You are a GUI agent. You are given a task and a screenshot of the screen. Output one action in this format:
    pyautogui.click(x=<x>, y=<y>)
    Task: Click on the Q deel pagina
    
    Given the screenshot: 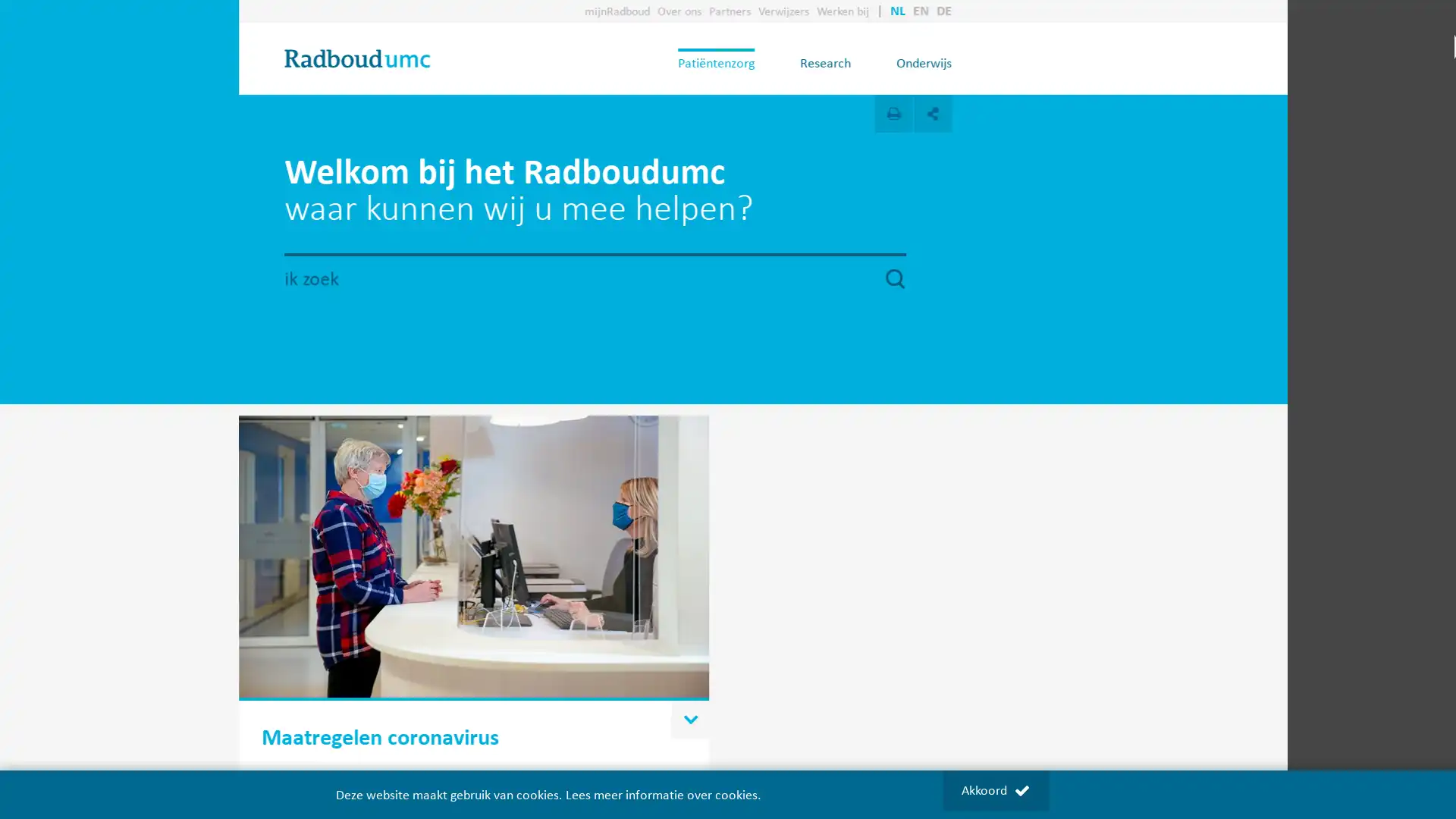 What is the action you would take?
    pyautogui.click(x=1030, y=113)
    